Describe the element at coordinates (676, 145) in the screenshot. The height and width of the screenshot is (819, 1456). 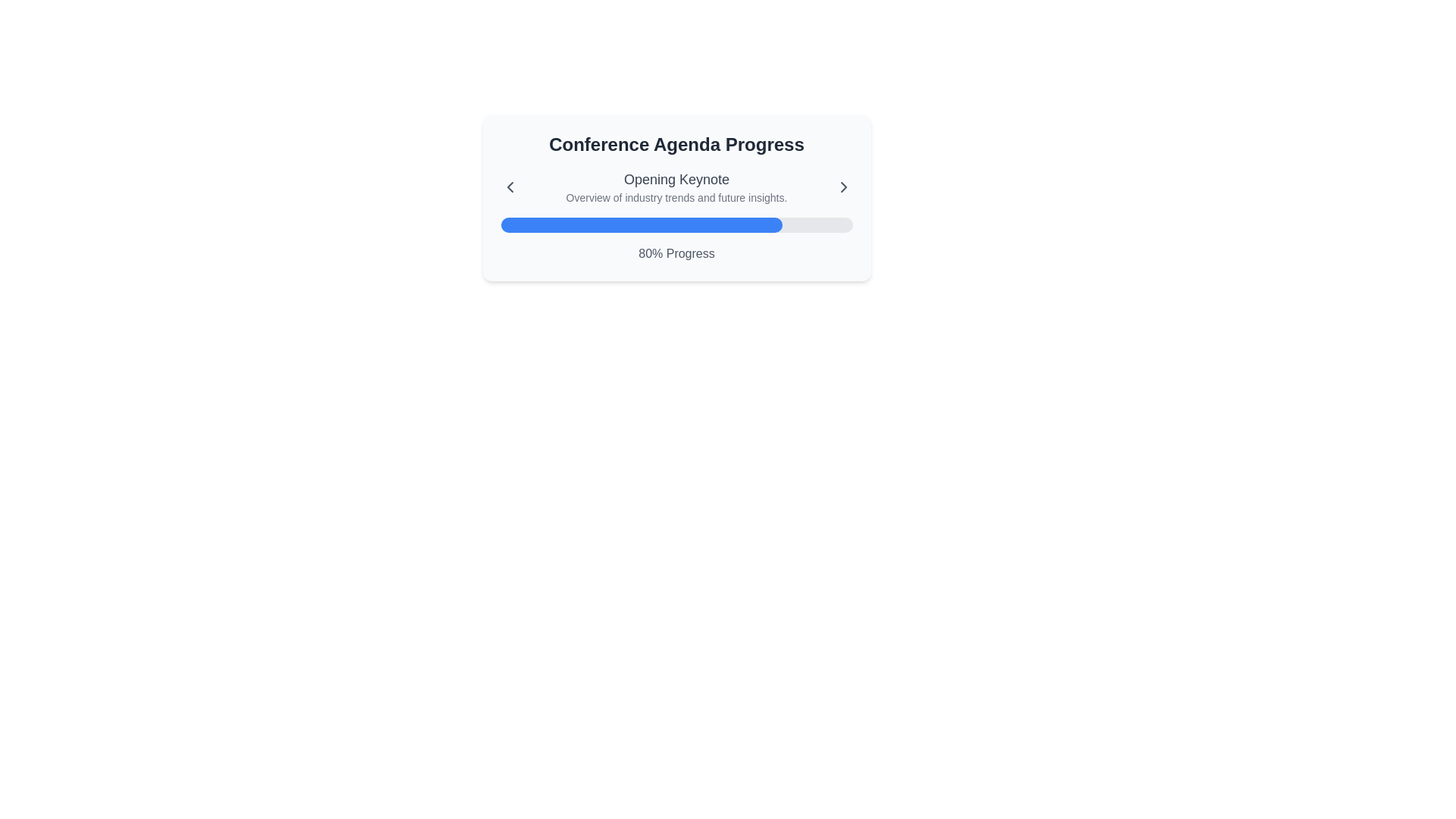
I see `the title or heading element located at the top center of the interface, which introduces the content and is positioned above the 'Opening Keynote' section` at that location.